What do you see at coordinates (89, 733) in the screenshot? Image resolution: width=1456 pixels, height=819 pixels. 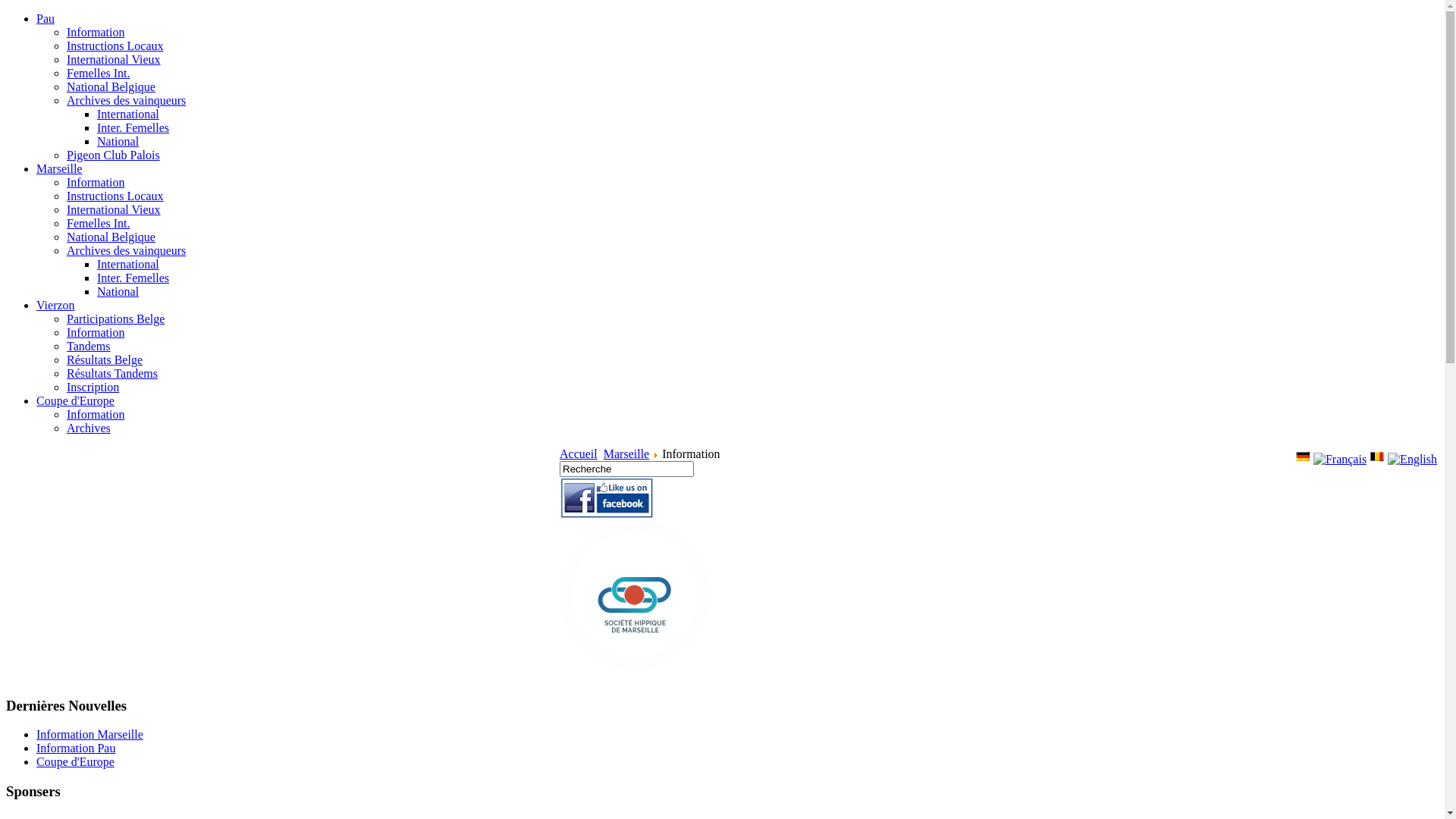 I see `'Information Marseille'` at bounding box center [89, 733].